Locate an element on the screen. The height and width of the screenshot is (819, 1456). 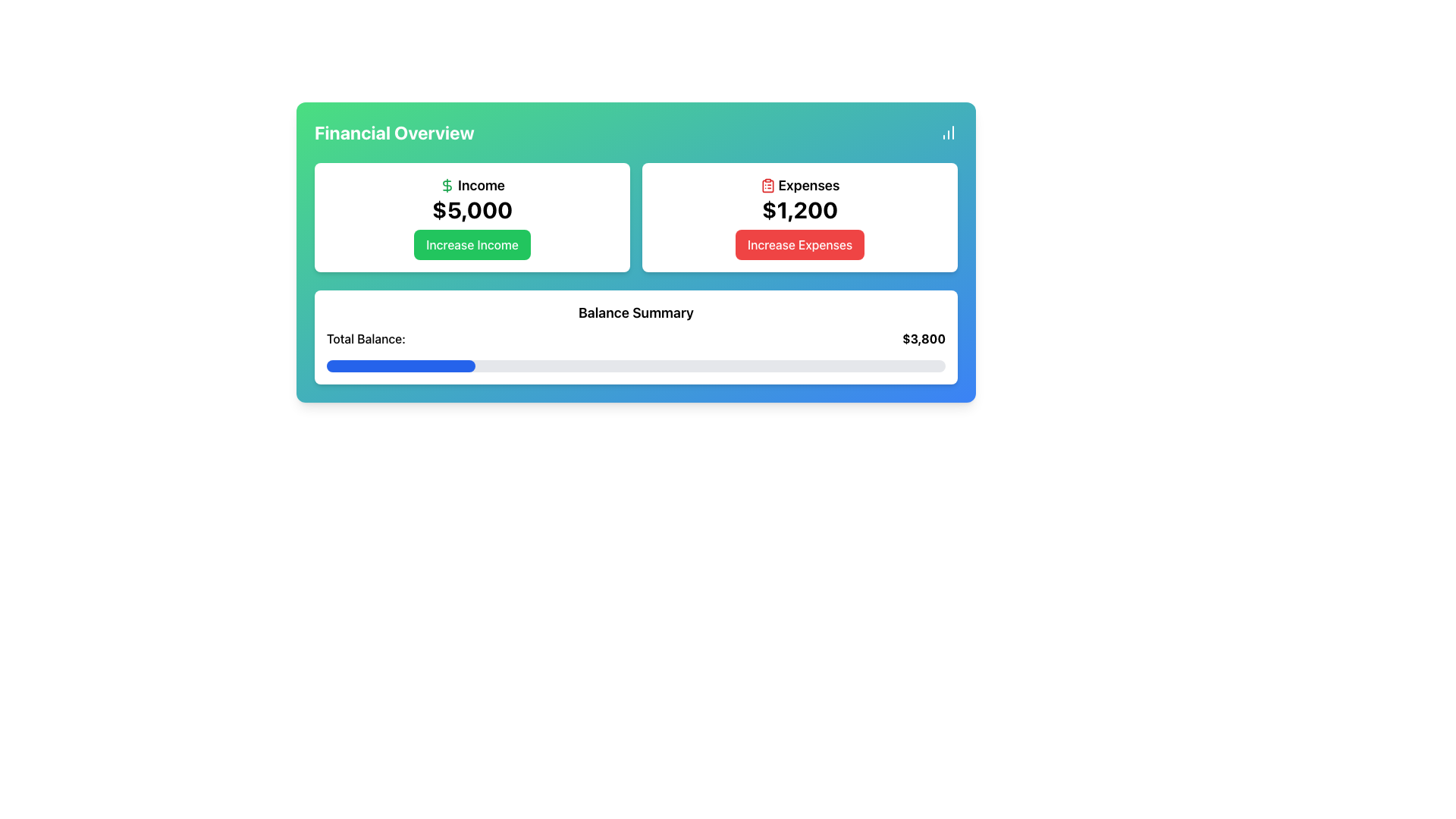
the green dollar sign icon that is located to the left of the text 'Income' is located at coordinates (447, 185).